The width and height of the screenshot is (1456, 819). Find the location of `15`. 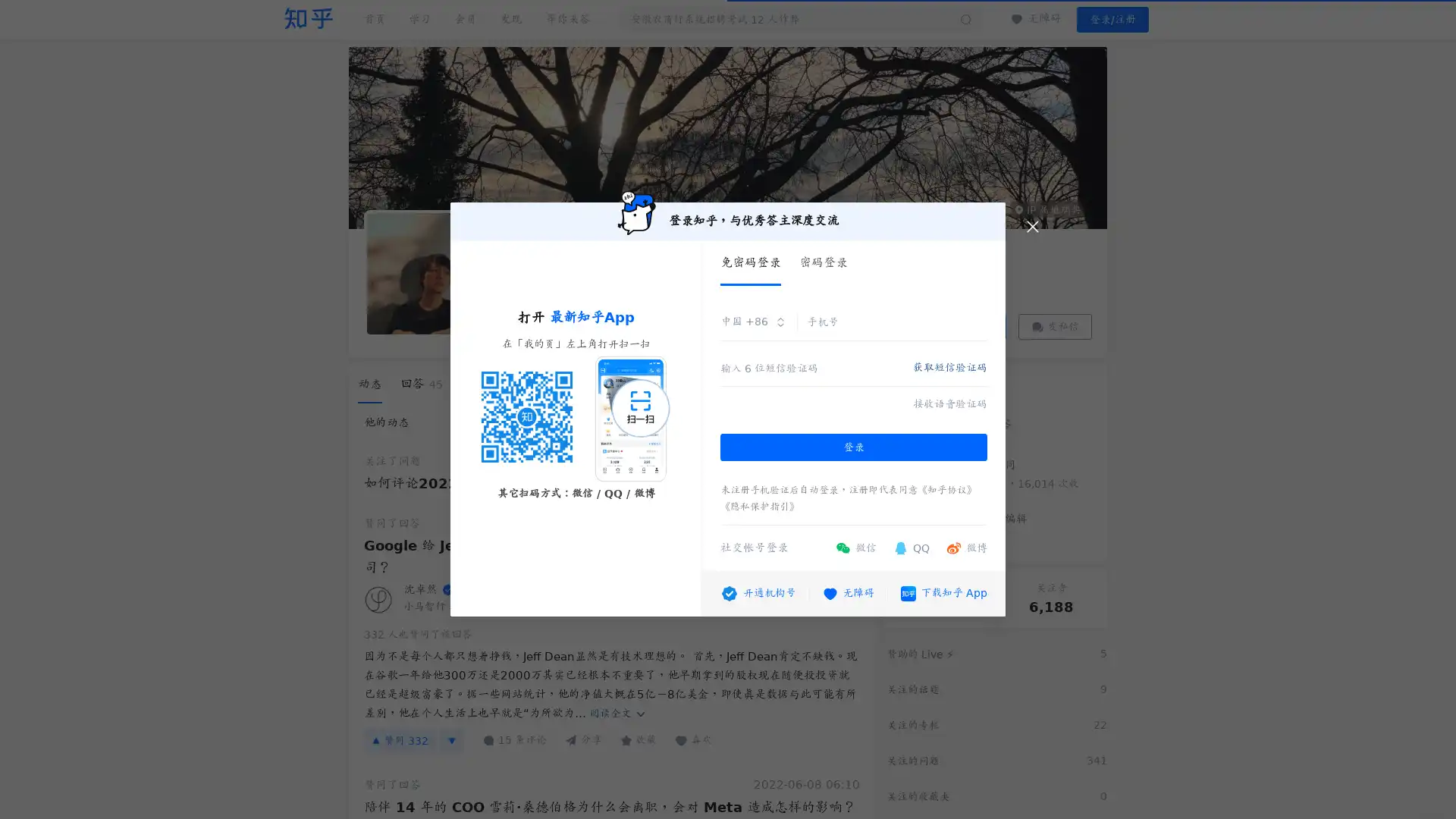

15 is located at coordinates (513, 739).